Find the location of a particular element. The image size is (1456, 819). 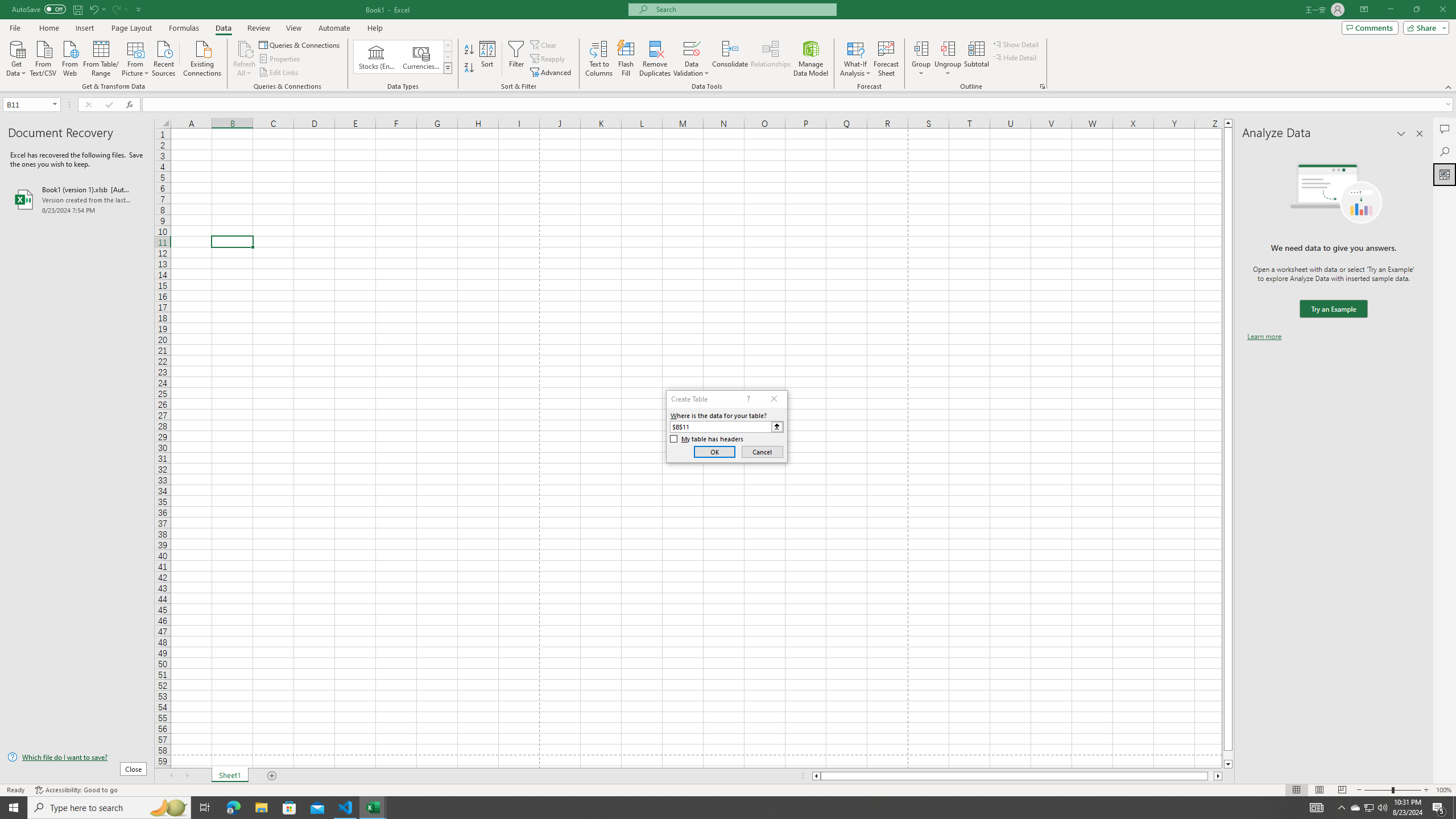

'Zoom Out' is located at coordinates (1378, 790).